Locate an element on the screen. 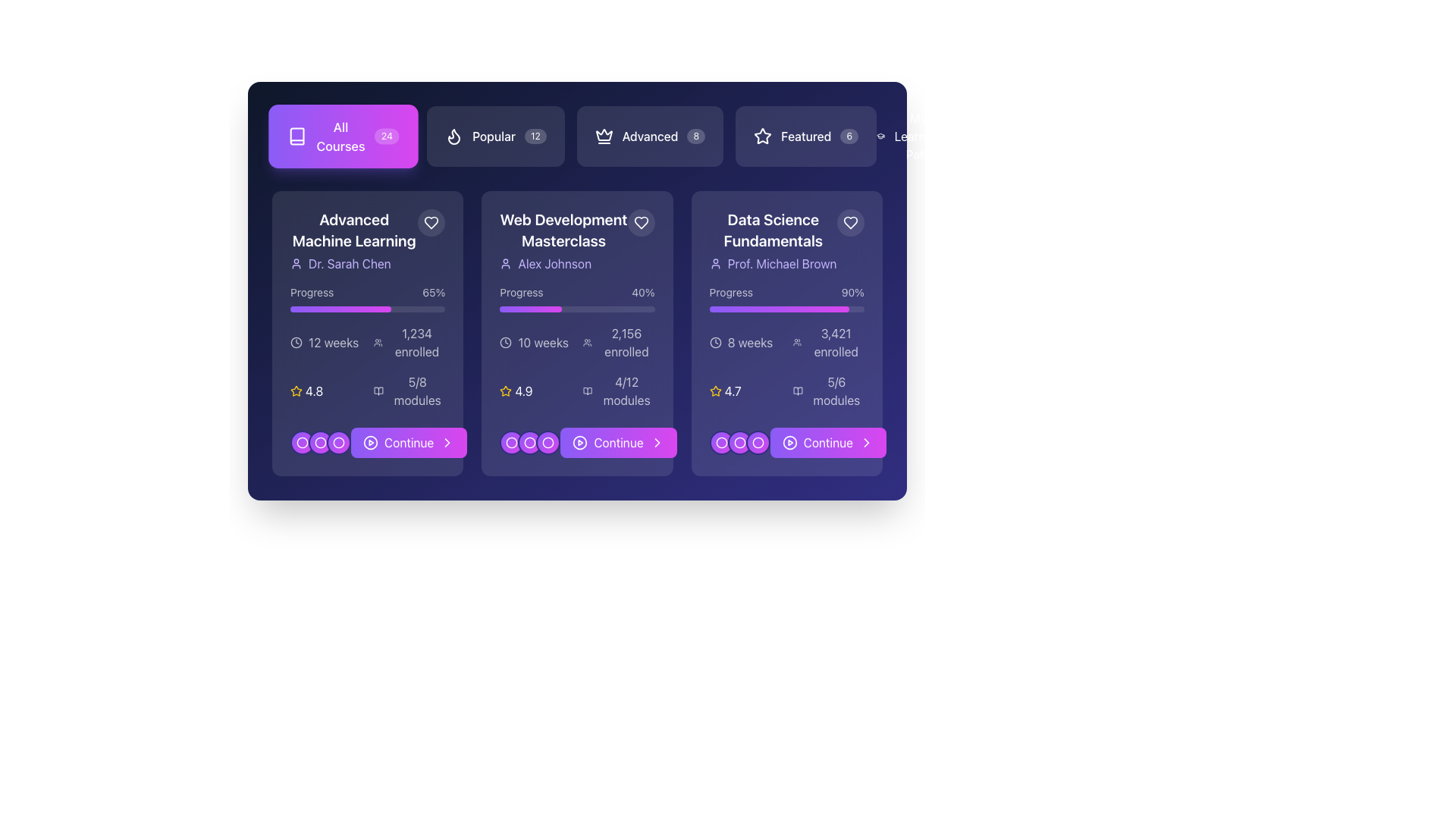 The height and width of the screenshot is (819, 1456). the third circular status indicator icon located at the bottom of the 'Data Science Fundamentals' card is located at coordinates (758, 442).